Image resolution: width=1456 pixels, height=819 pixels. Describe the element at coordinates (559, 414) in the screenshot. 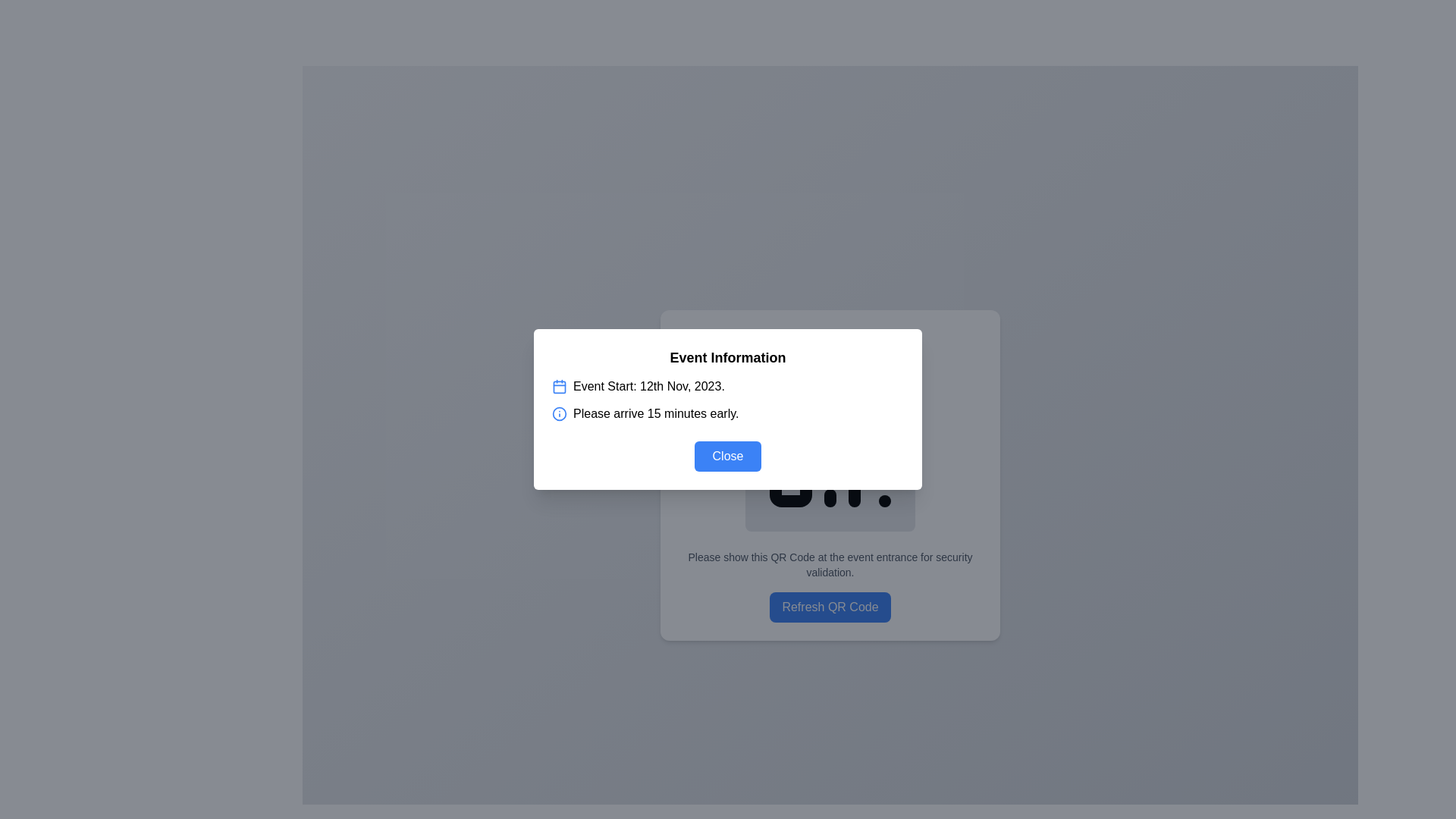

I see `the small circular icon with a blue outline and a white letter 'i' in the center, located to the left of the text 'Please arrive 15 minutes early'` at that location.